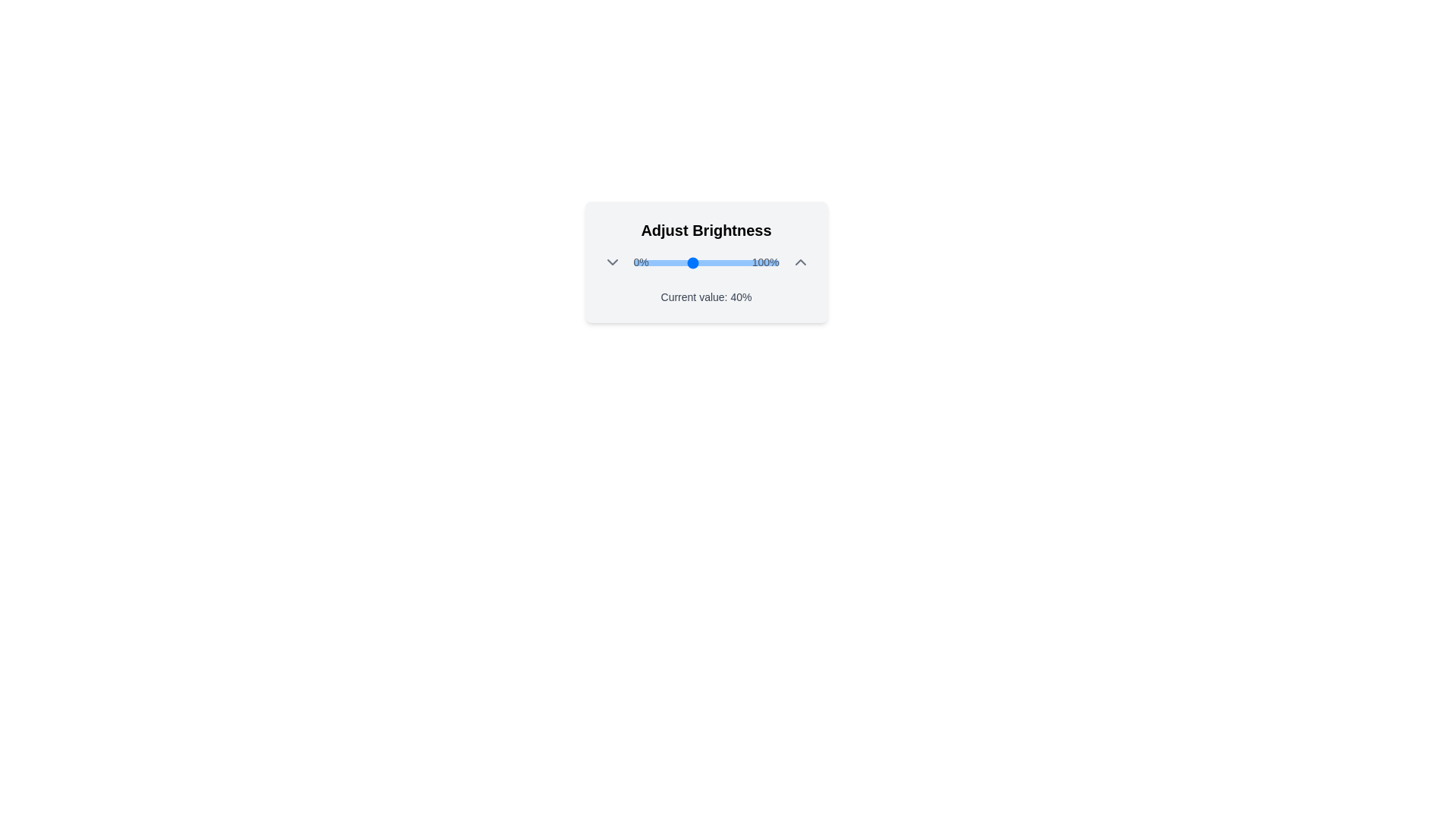 This screenshot has height=819, width=1456. What do you see at coordinates (660, 262) in the screenshot?
I see `brightness` at bounding box center [660, 262].